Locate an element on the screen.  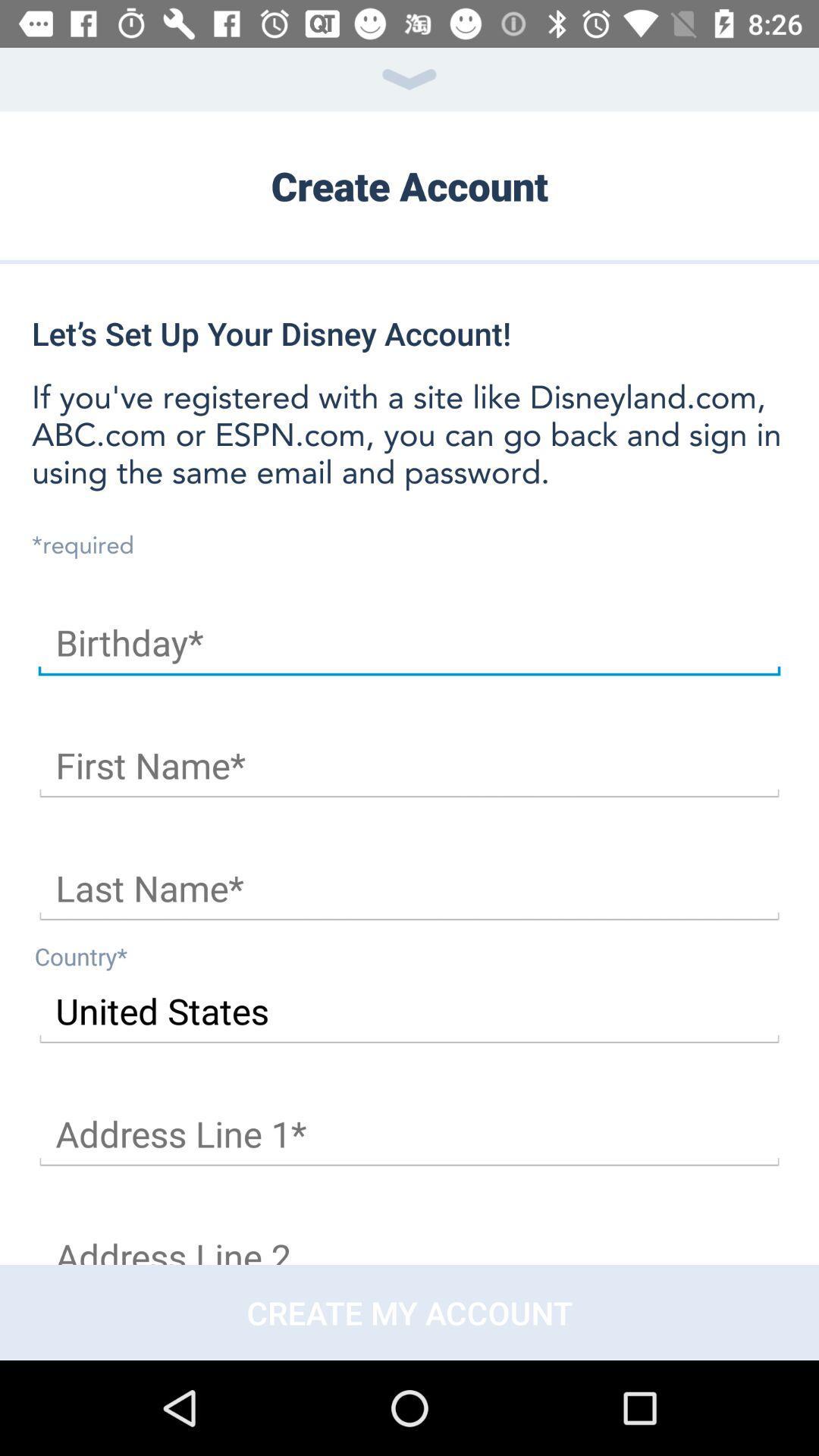
address line 2 is located at coordinates (409, 1241).